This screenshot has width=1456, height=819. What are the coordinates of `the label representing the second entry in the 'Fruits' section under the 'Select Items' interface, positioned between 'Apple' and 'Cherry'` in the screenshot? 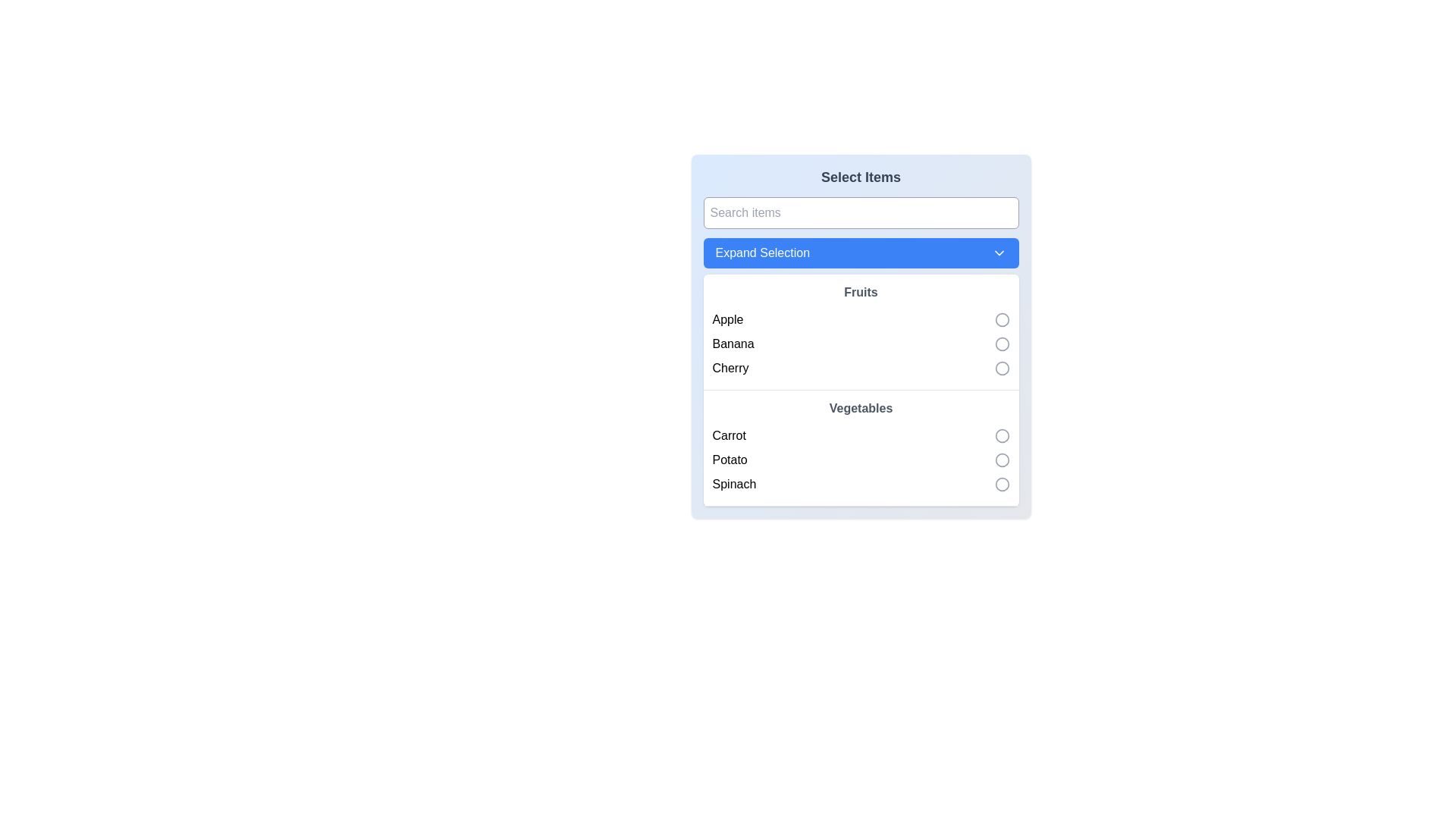 It's located at (733, 344).